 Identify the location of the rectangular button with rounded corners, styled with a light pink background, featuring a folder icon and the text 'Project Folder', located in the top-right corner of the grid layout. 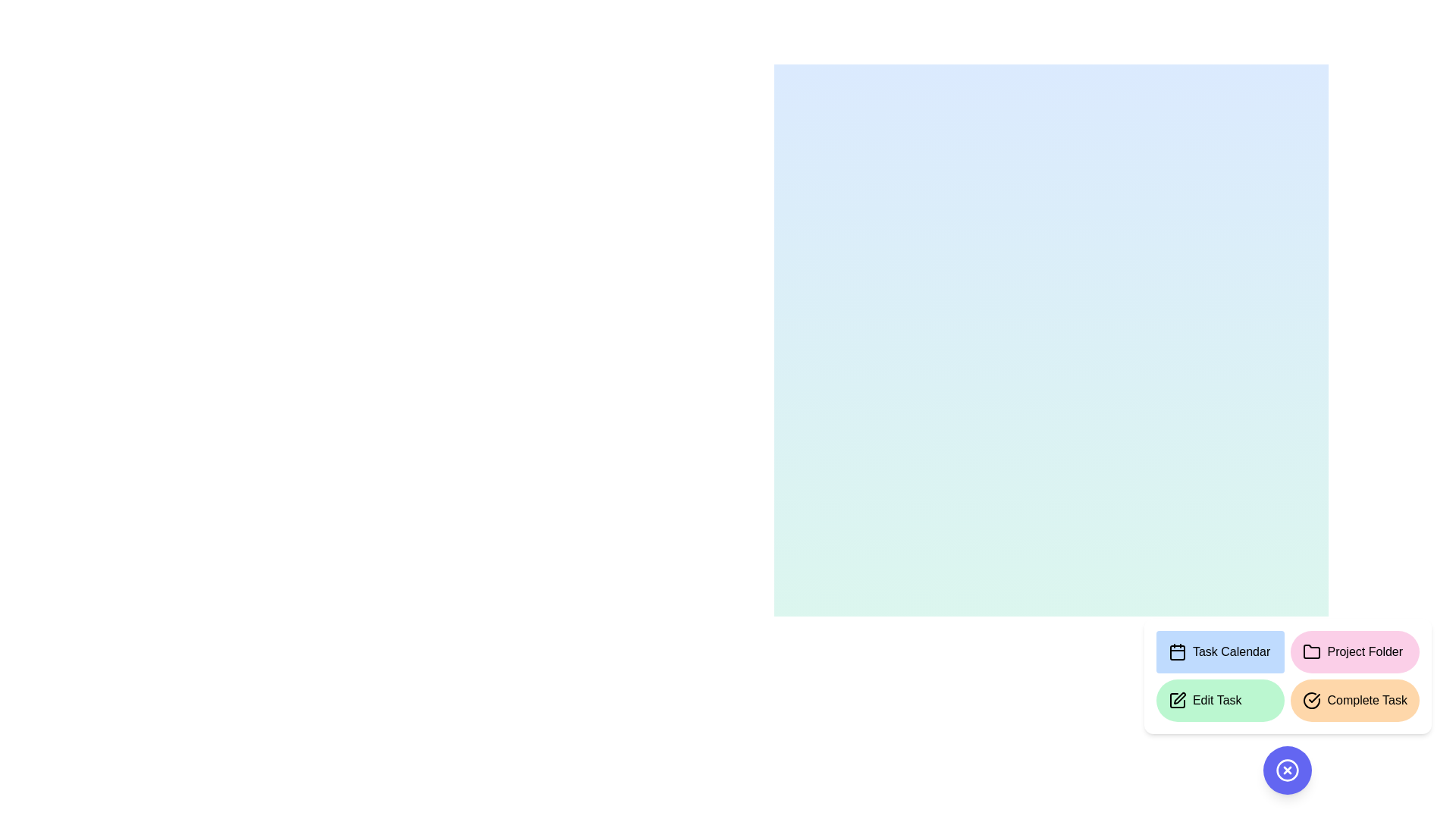
(1355, 651).